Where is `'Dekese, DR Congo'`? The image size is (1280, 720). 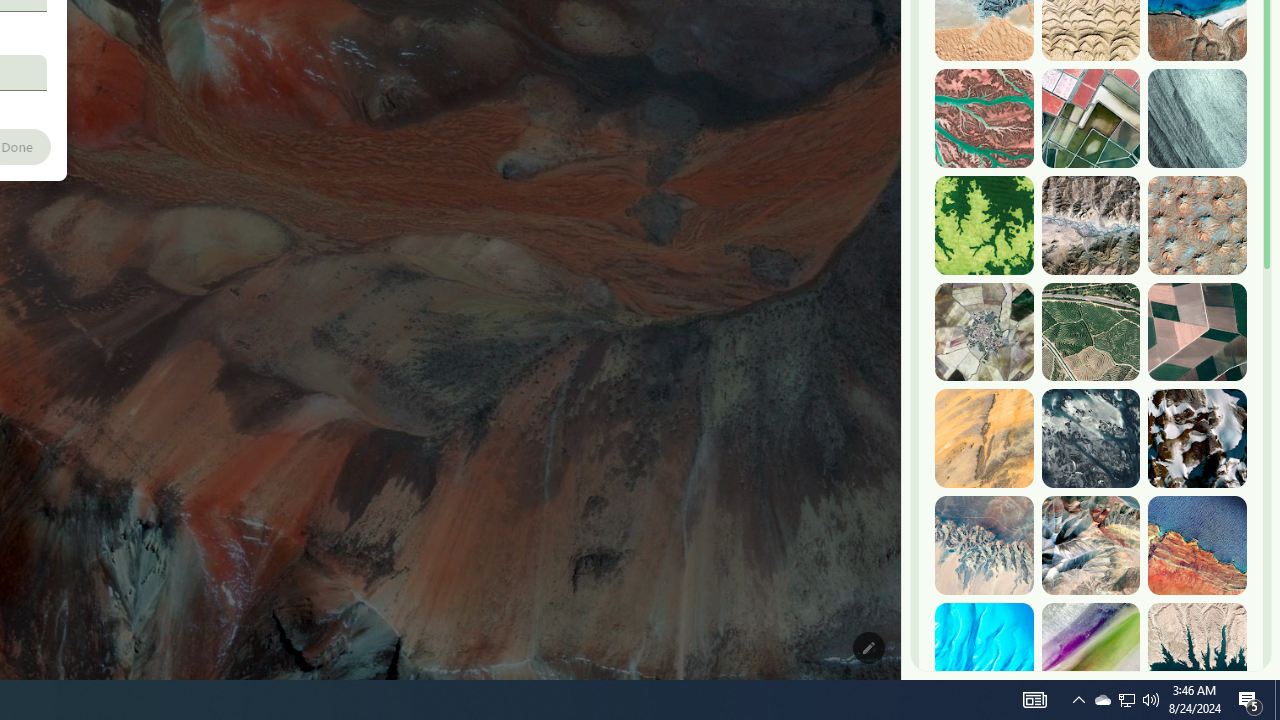 'Dekese, DR Congo' is located at coordinates (984, 225).